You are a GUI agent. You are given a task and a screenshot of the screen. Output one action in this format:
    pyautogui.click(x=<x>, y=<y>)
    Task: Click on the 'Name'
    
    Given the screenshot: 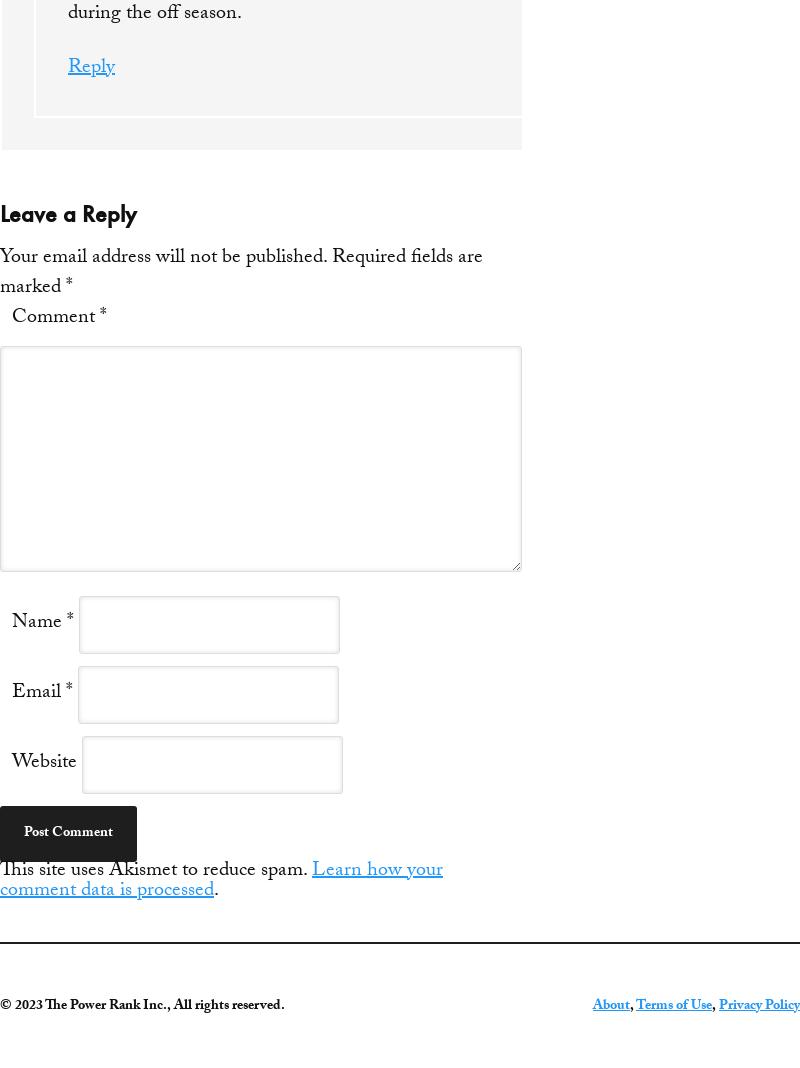 What is the action you would take?
    pyautogui.click(x=12, y=623)
    